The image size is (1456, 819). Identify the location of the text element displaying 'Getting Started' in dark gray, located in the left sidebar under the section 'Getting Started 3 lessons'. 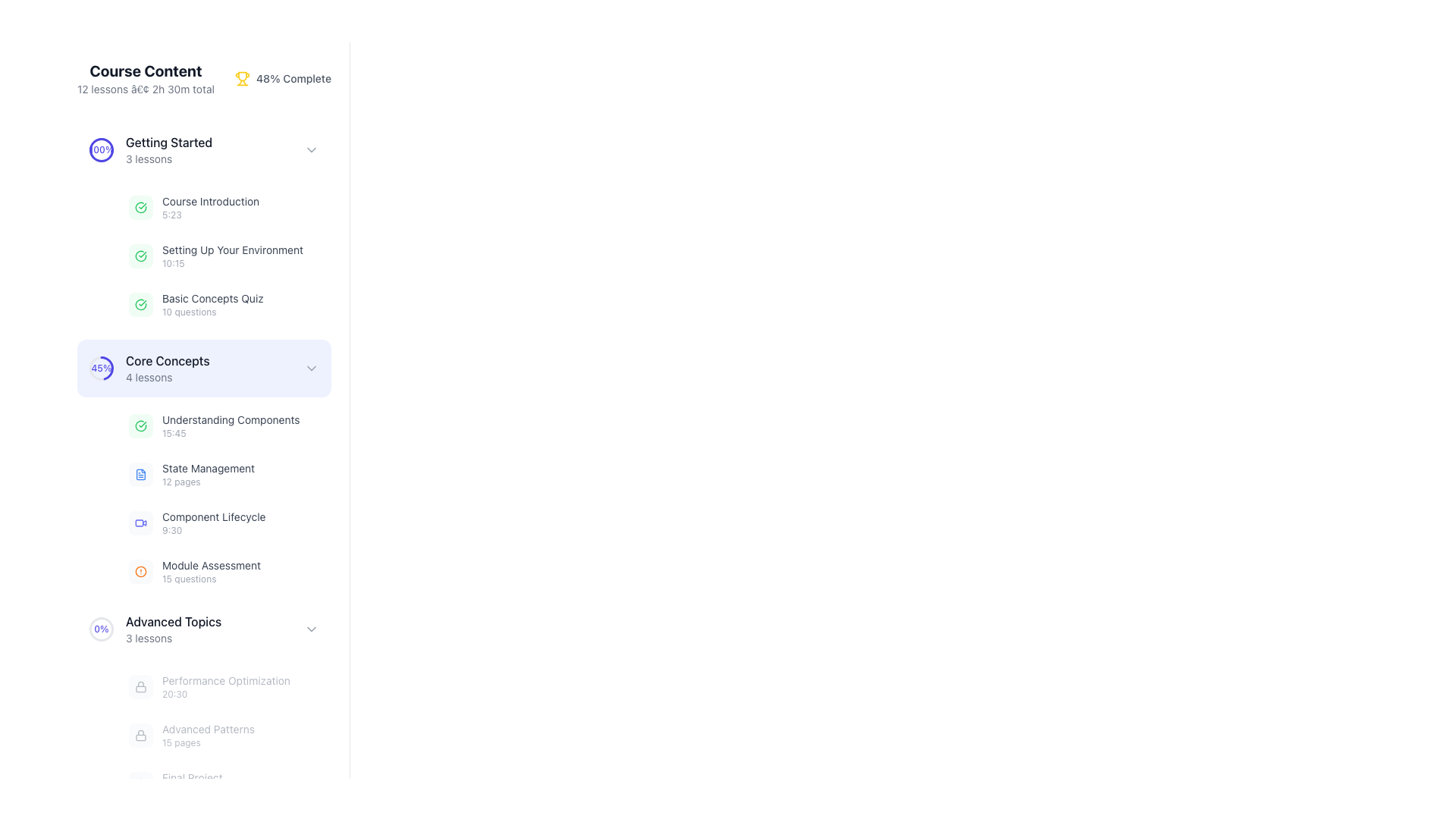
(169, 143).